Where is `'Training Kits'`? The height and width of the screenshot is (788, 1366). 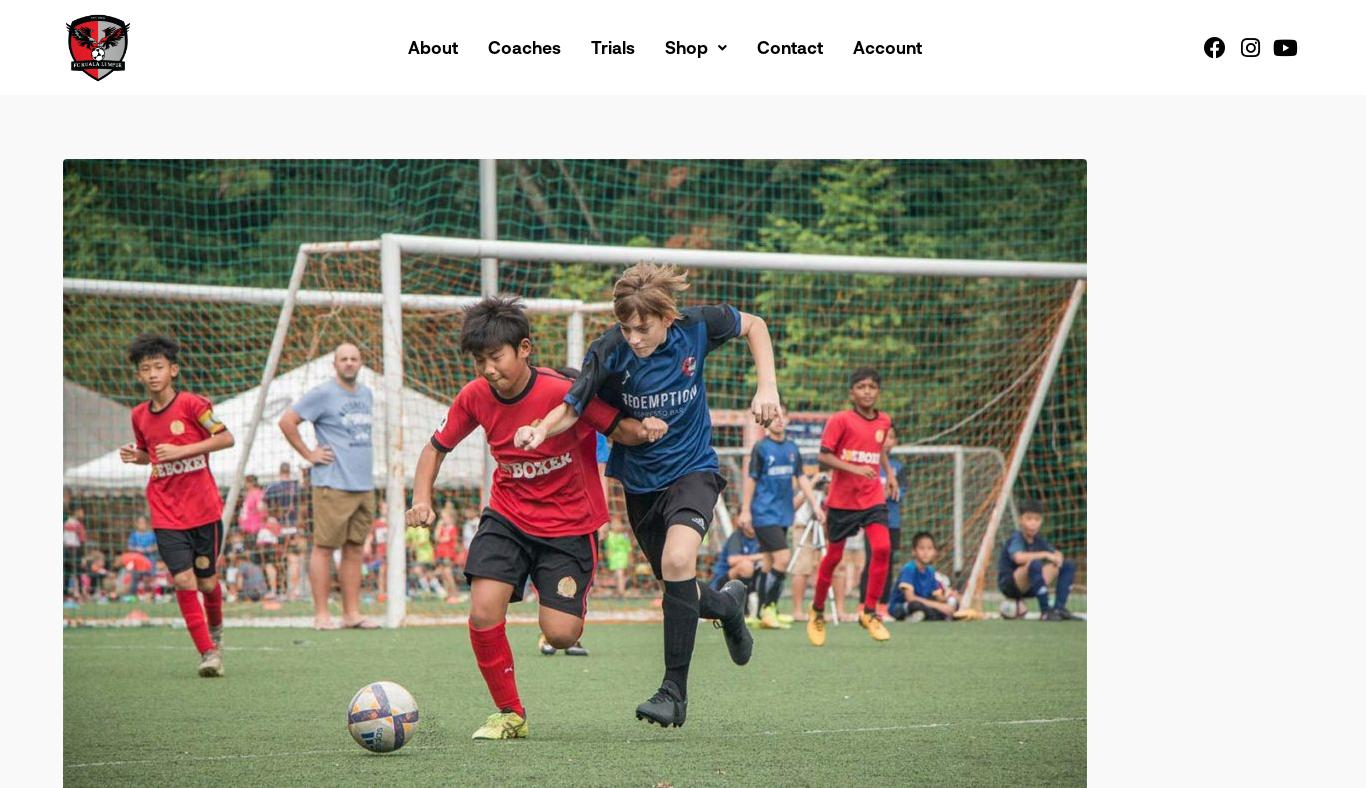 'Training Kits' is located at coordinates (735, 141).